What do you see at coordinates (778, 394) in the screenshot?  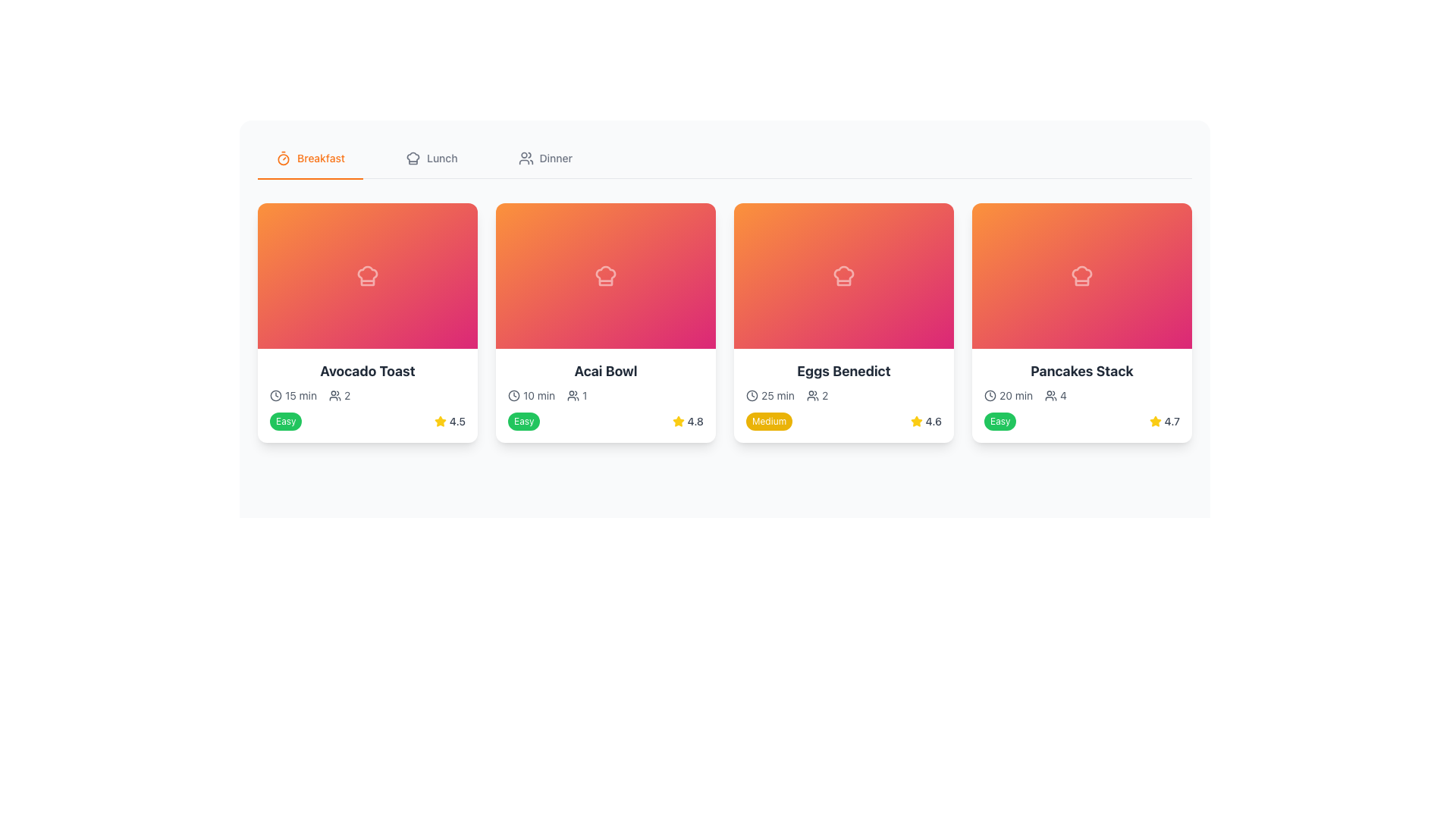 I see `the preparation time text element located within the Eggs Benedict card, which is situated under the title next to a clock icon` at bounding box center [778, 394].